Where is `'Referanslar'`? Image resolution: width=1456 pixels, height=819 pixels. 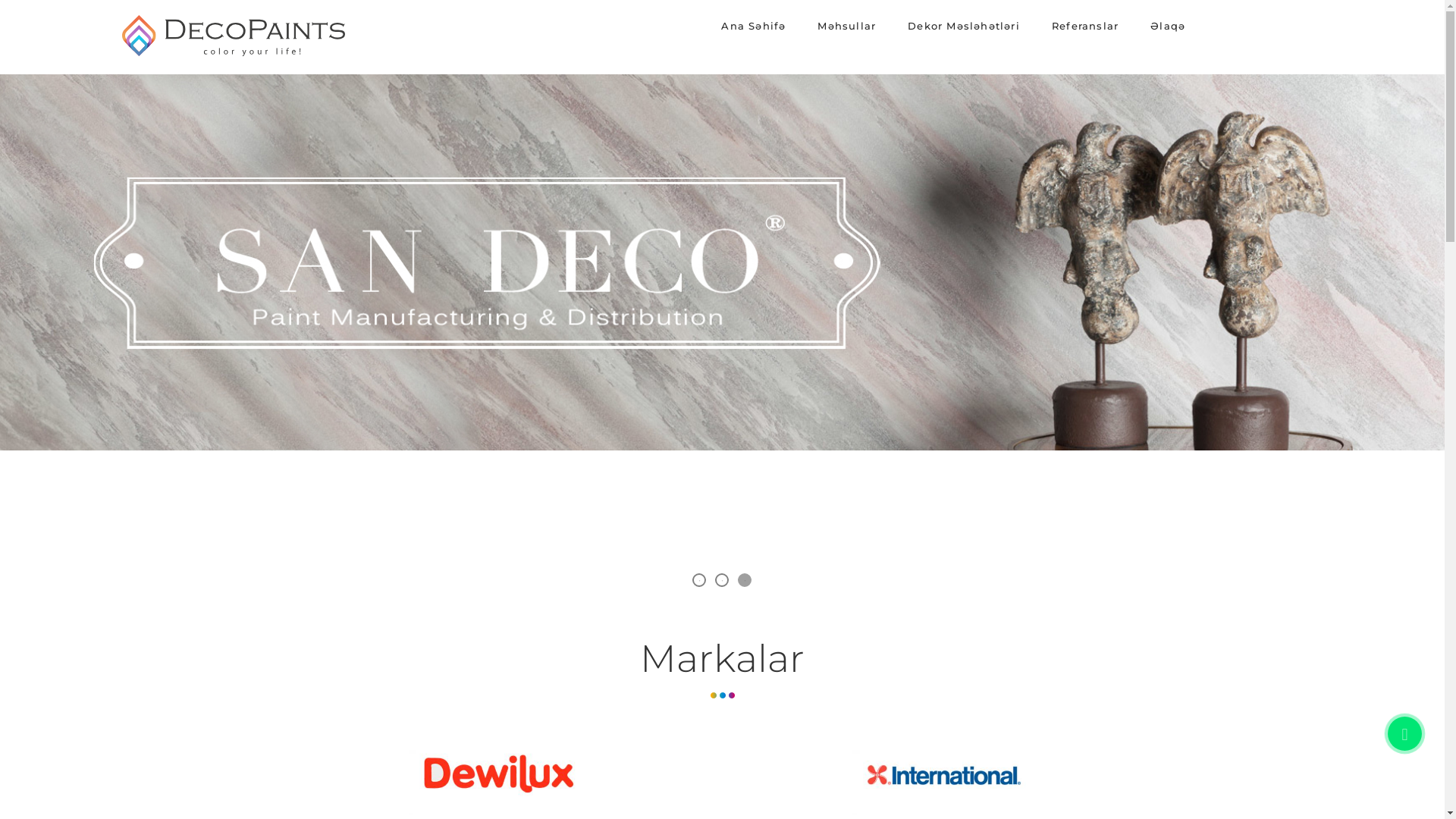
'Referanslar' is located at coordinates (1037, 26).